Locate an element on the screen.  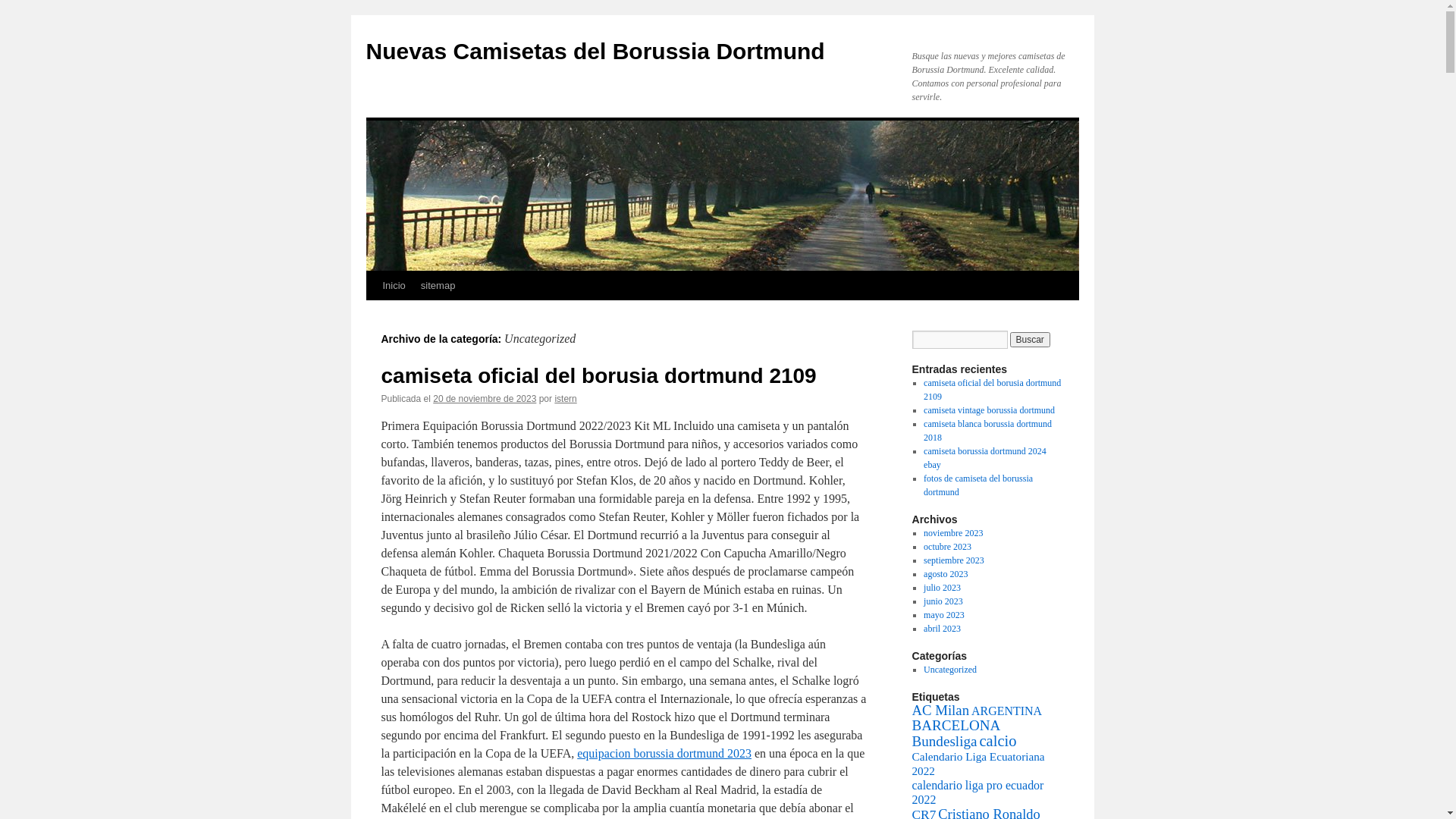
'junio 2023' is located at coordinates (923, 601).